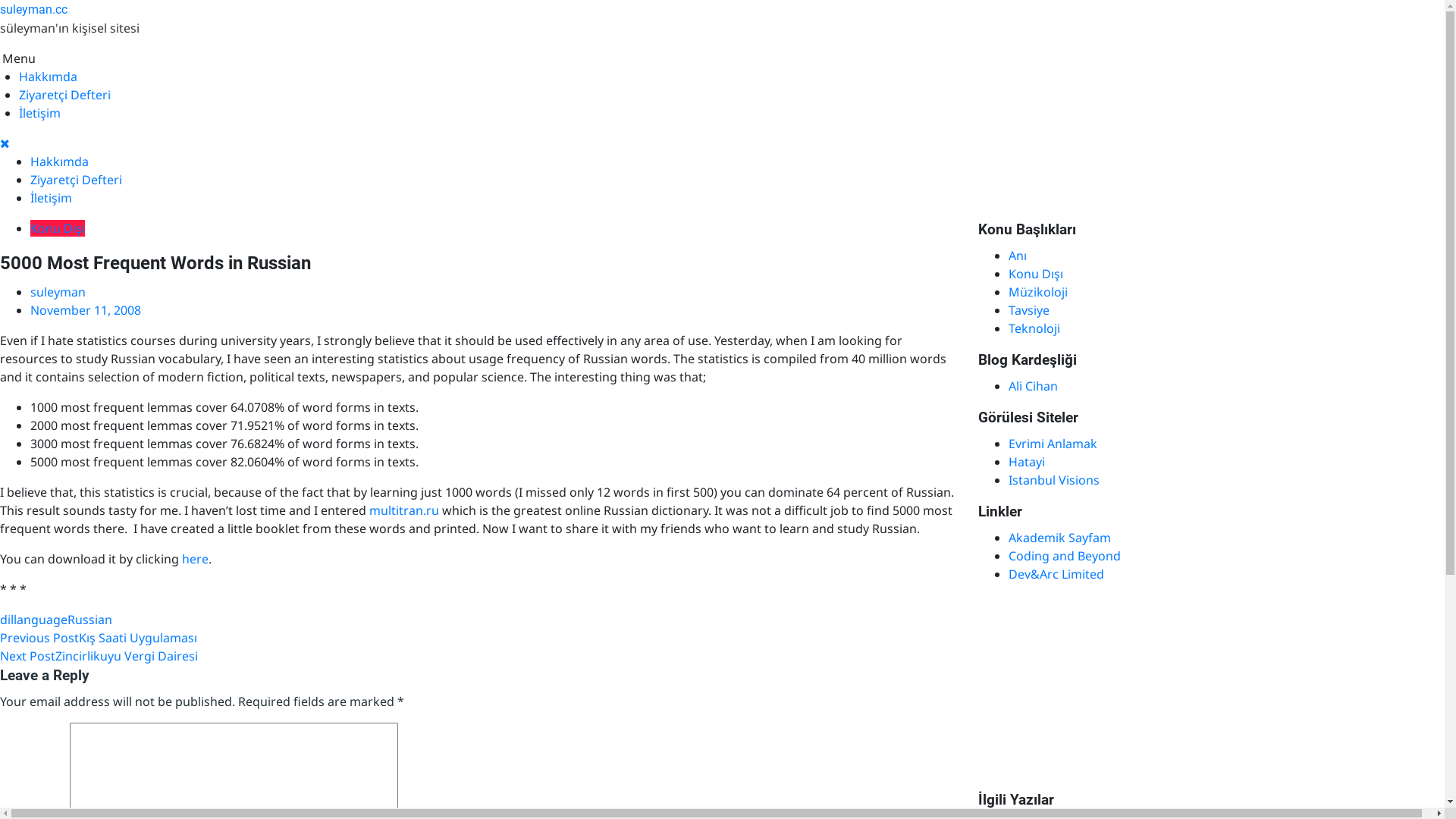 The image size is (1456, 819). What do you see at coordinates (1032, 385) in the screenshot?
I see `'Ali Cihan'` at bounding box center [1032, 385].